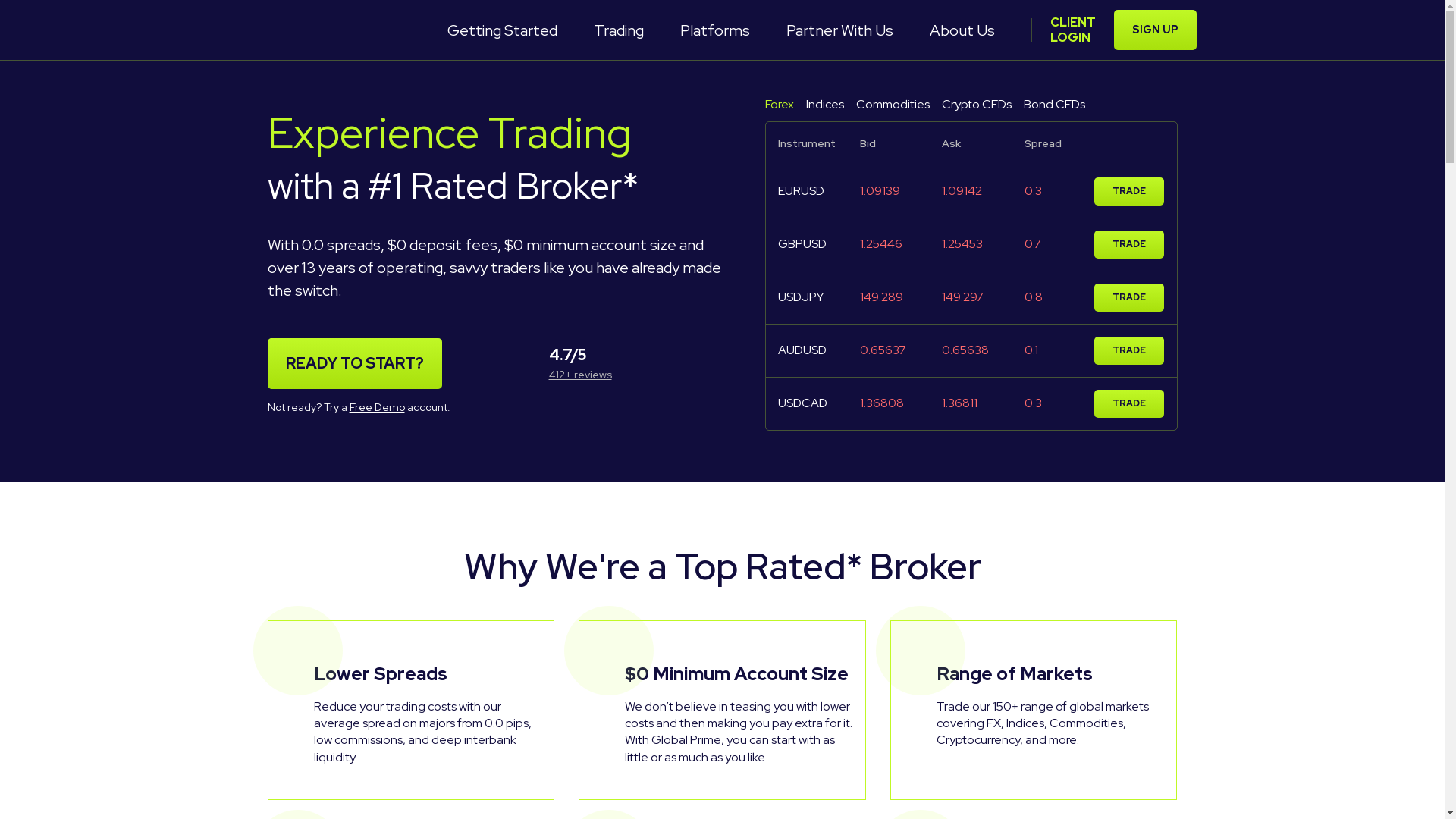 Image resolution: width=1456 pixels, height=819 pixels. What do you see at coordinates (548, 374) in the screenshot?
I see `'412+ reviews'` at bounding box center [548, 374].